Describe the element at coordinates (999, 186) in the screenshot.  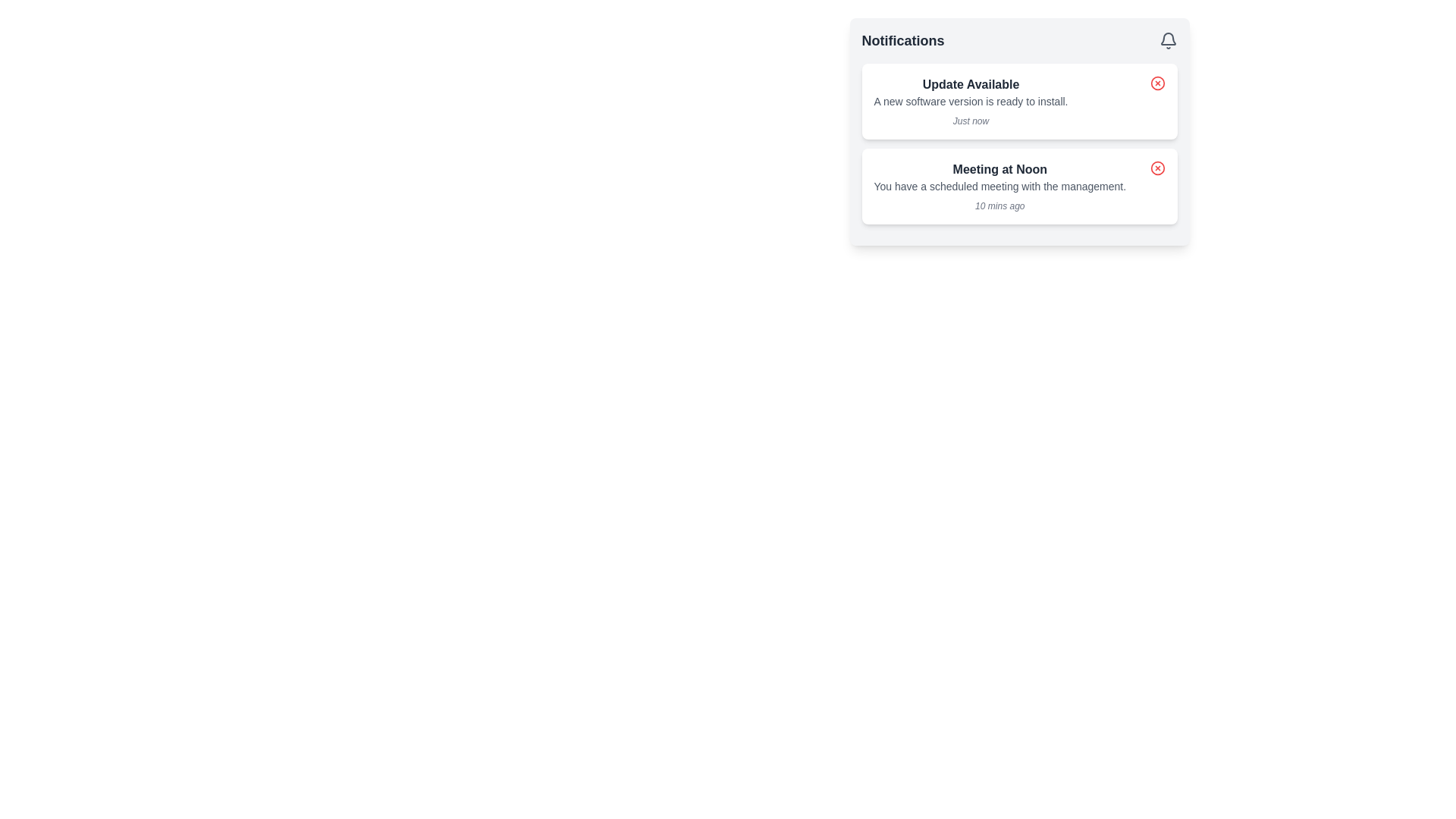
I see `the text element displaying the message 'You have a scheduled meeting with the management.' which is a small, gray-colored font within a notification module, positioned below 'Meeting at Noon' and above '10 mins ago'` at that location.